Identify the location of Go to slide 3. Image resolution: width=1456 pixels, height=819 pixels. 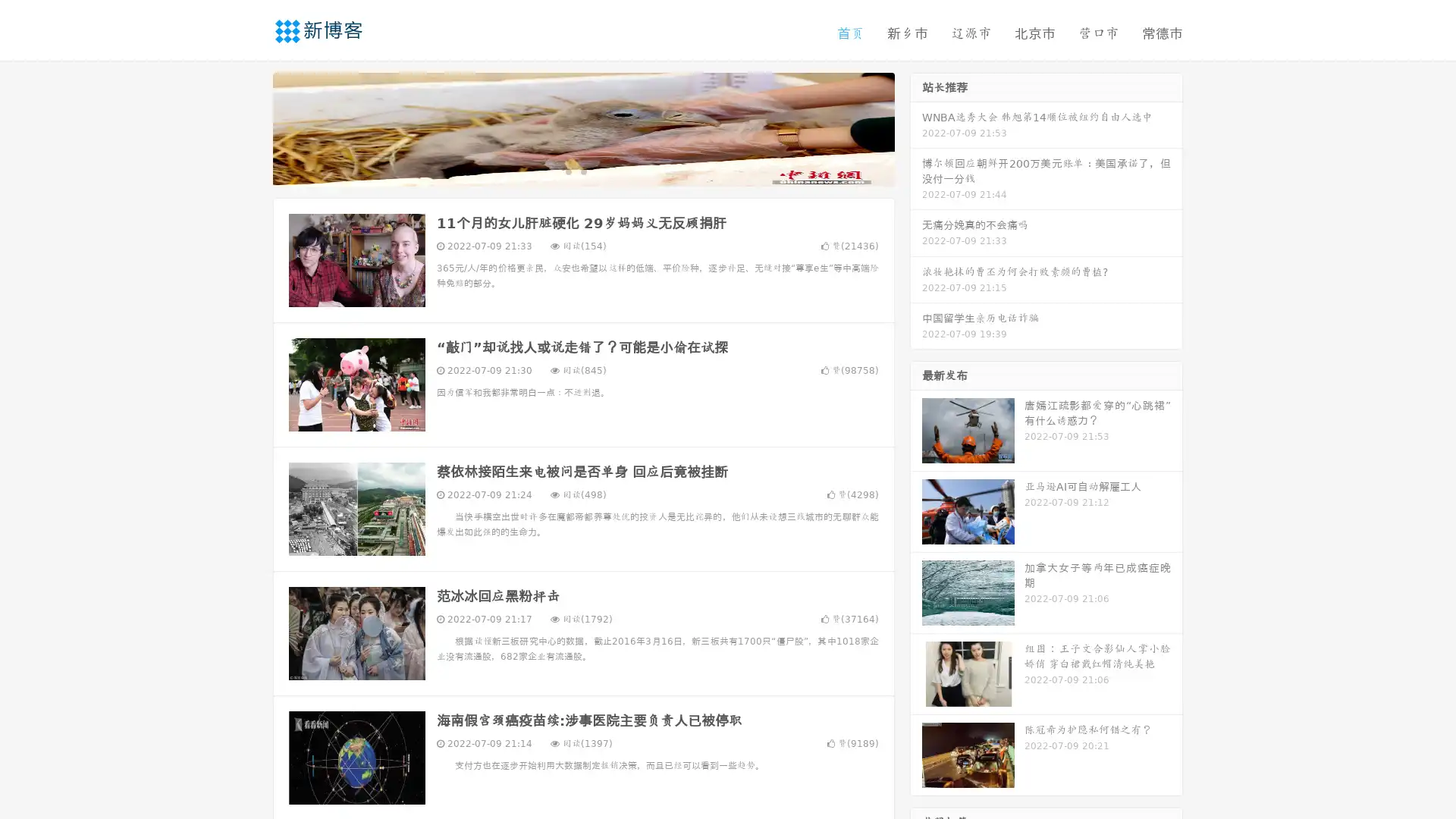
(598, 171).